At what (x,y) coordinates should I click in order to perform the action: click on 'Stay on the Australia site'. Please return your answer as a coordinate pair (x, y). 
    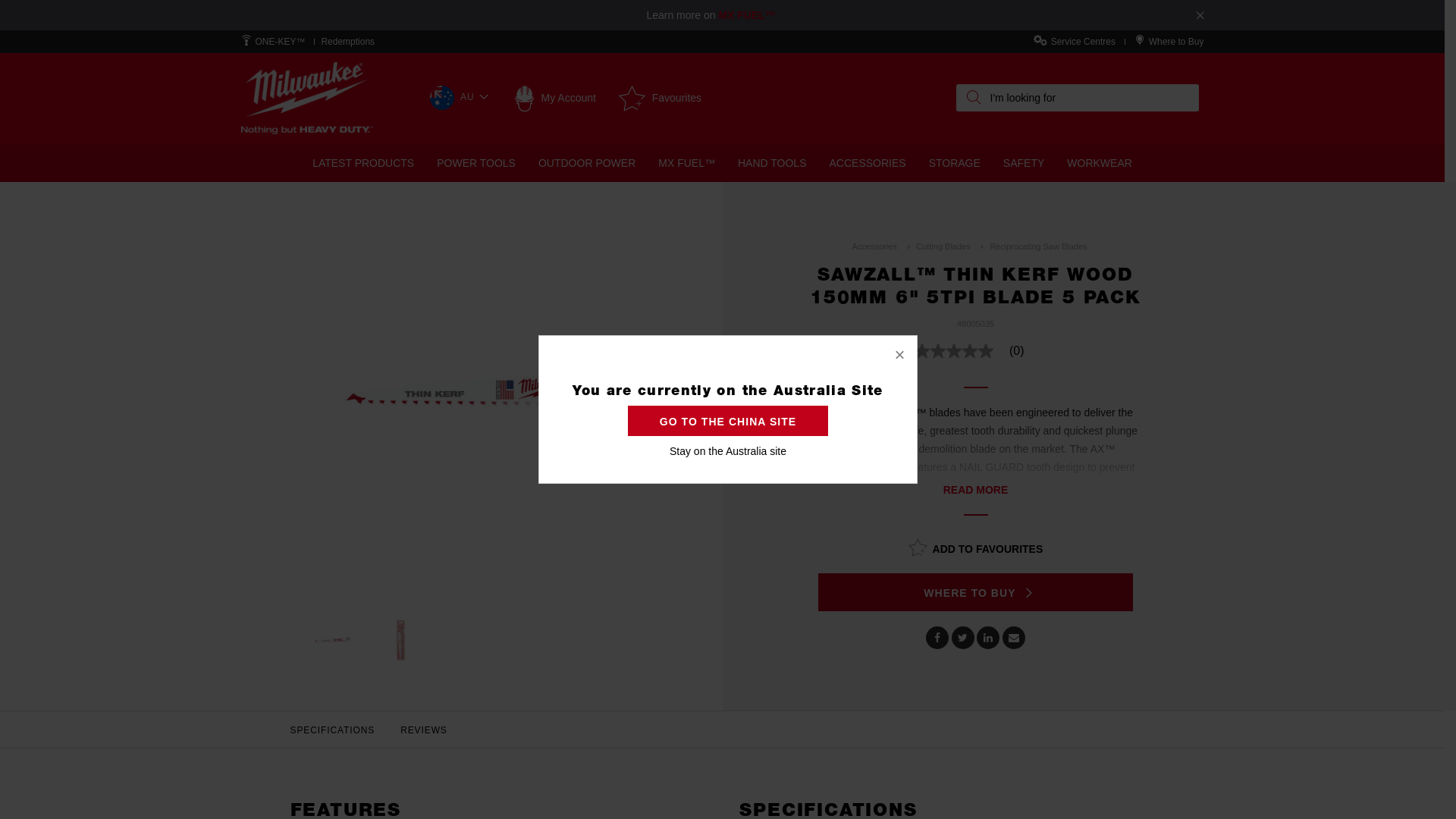
    Looking at the image, I should click on (728, 450).